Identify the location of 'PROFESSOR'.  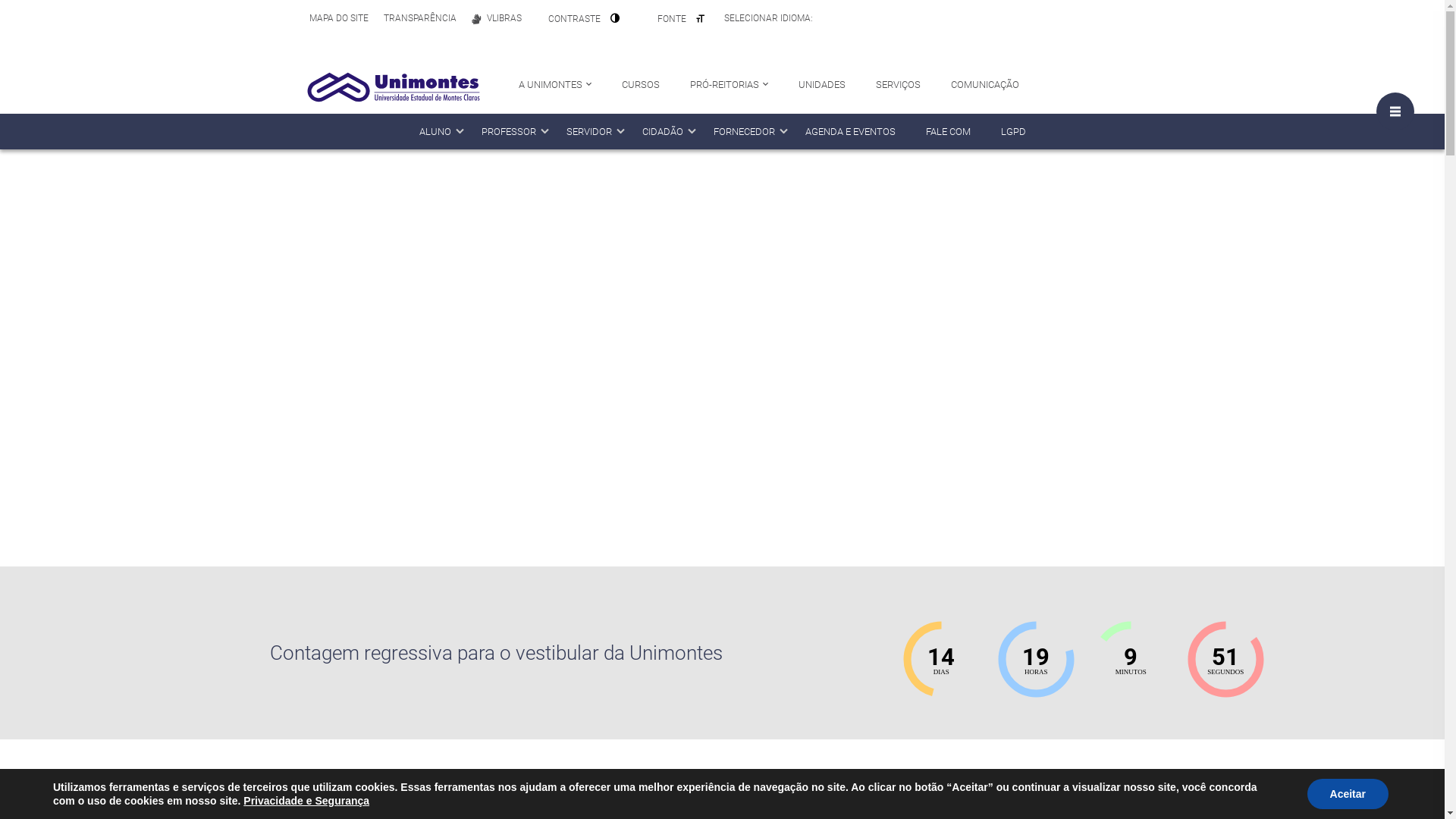
(465, 130).